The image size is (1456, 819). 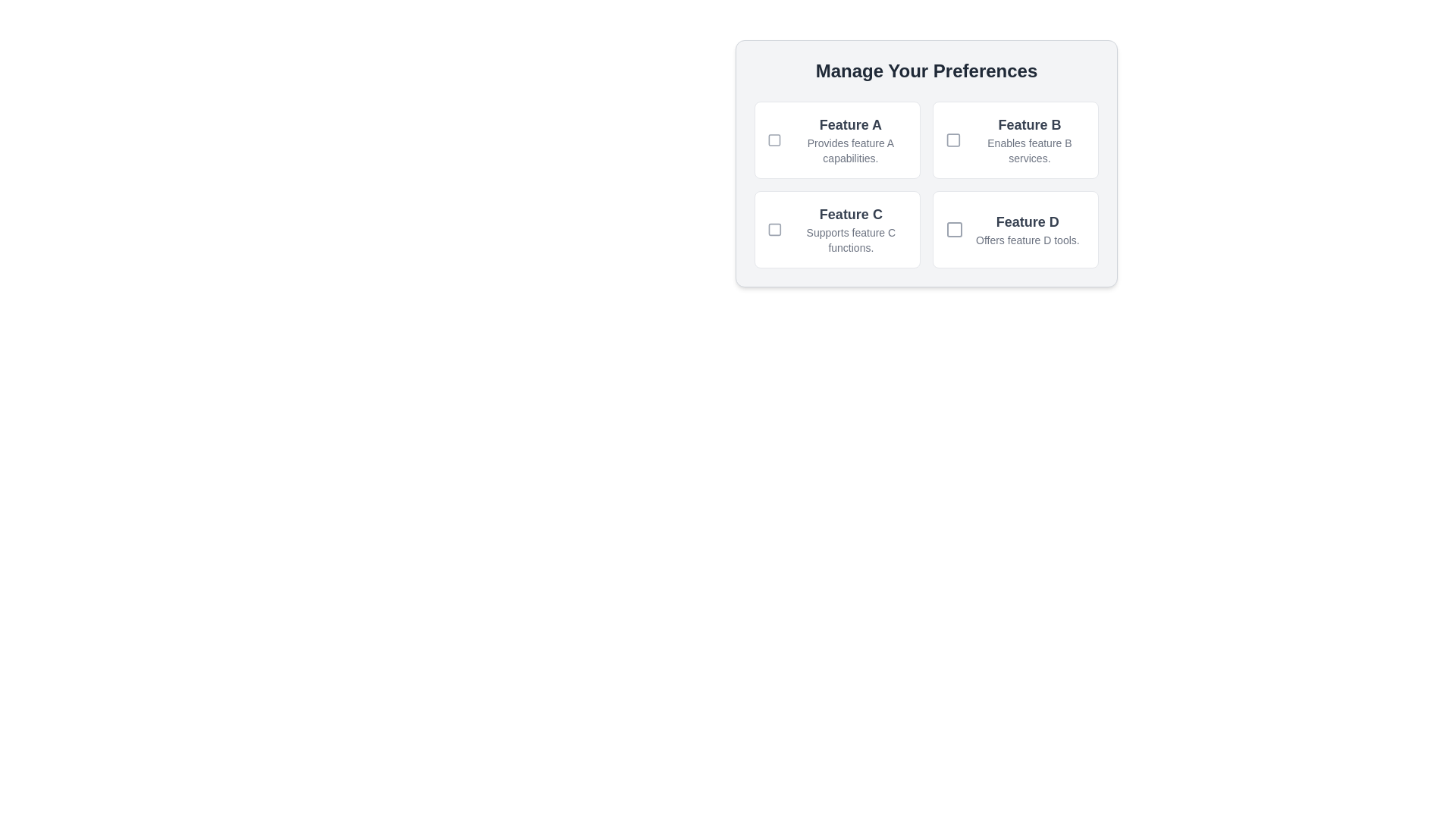 What do you see at coordinates (1030, 124) in the screenshot?
I see `the text label displaying 'Feature B' in bold, large font and dark gray color, which is positioned above the description text 'Enables feature B services.'` at bounding box center [1030, 124].